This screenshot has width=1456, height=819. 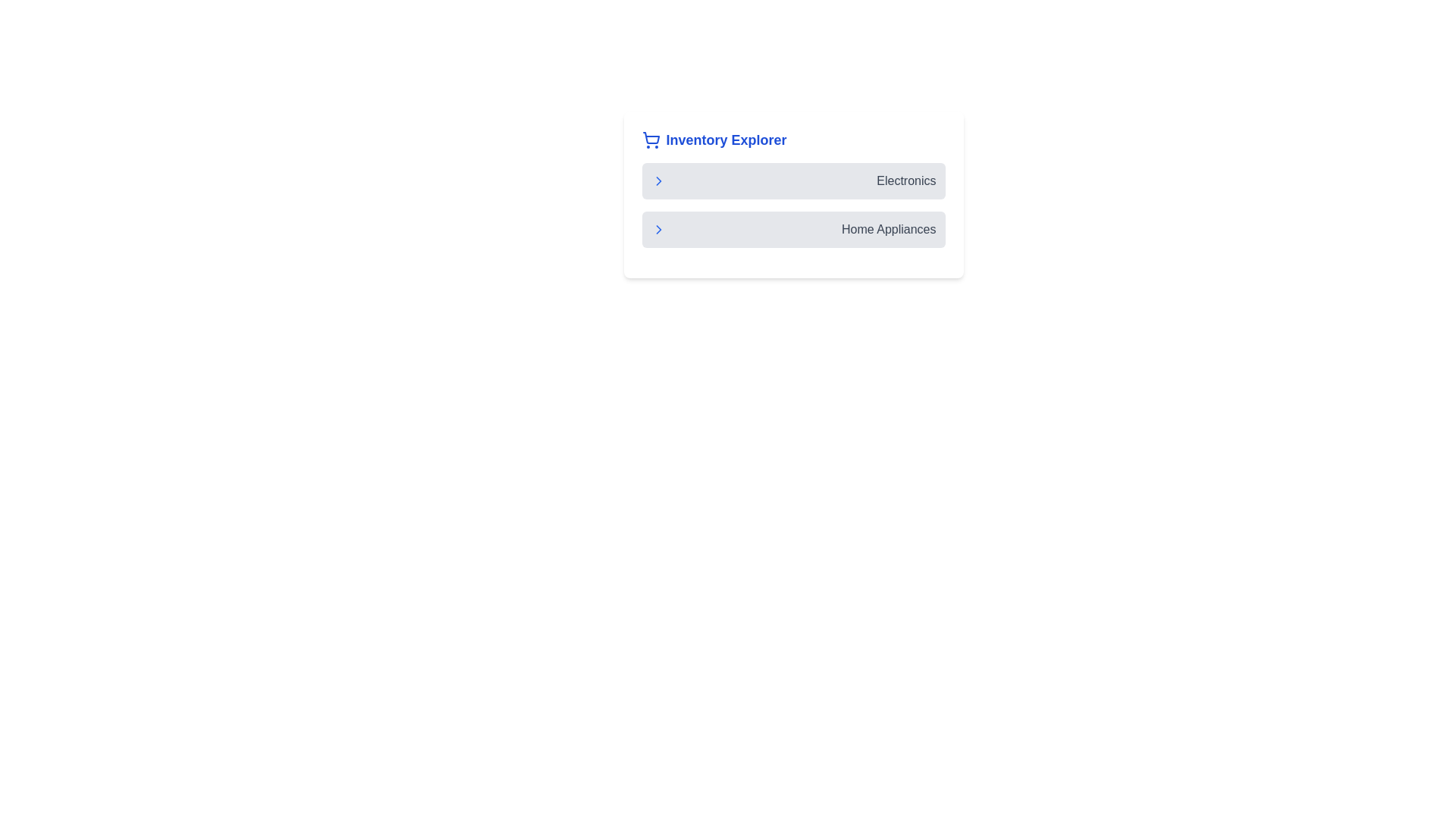 What do you see at coordinates (792, 180) in the screenshot?
I see `the button labeled 'Electronics' that serves as a navigational component in the top section of a vertical list, positioned directly above the 'Home Appliances' button` at bounding box center [792, 180].